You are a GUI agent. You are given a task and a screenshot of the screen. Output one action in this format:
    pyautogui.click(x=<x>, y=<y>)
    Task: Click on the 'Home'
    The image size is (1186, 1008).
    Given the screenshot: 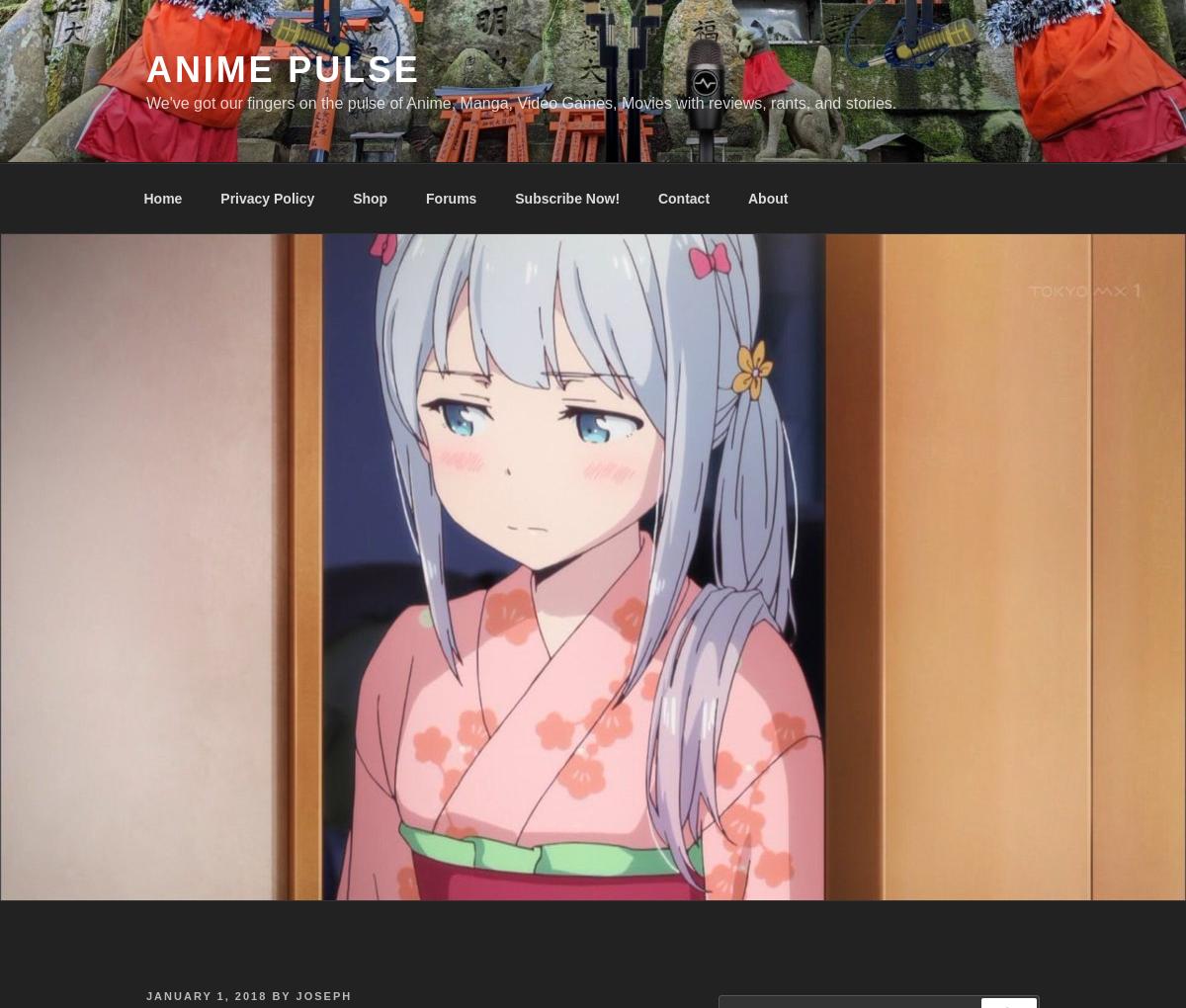 What is the action you would take?
    pyautogui.click(x=161, y=197)
    